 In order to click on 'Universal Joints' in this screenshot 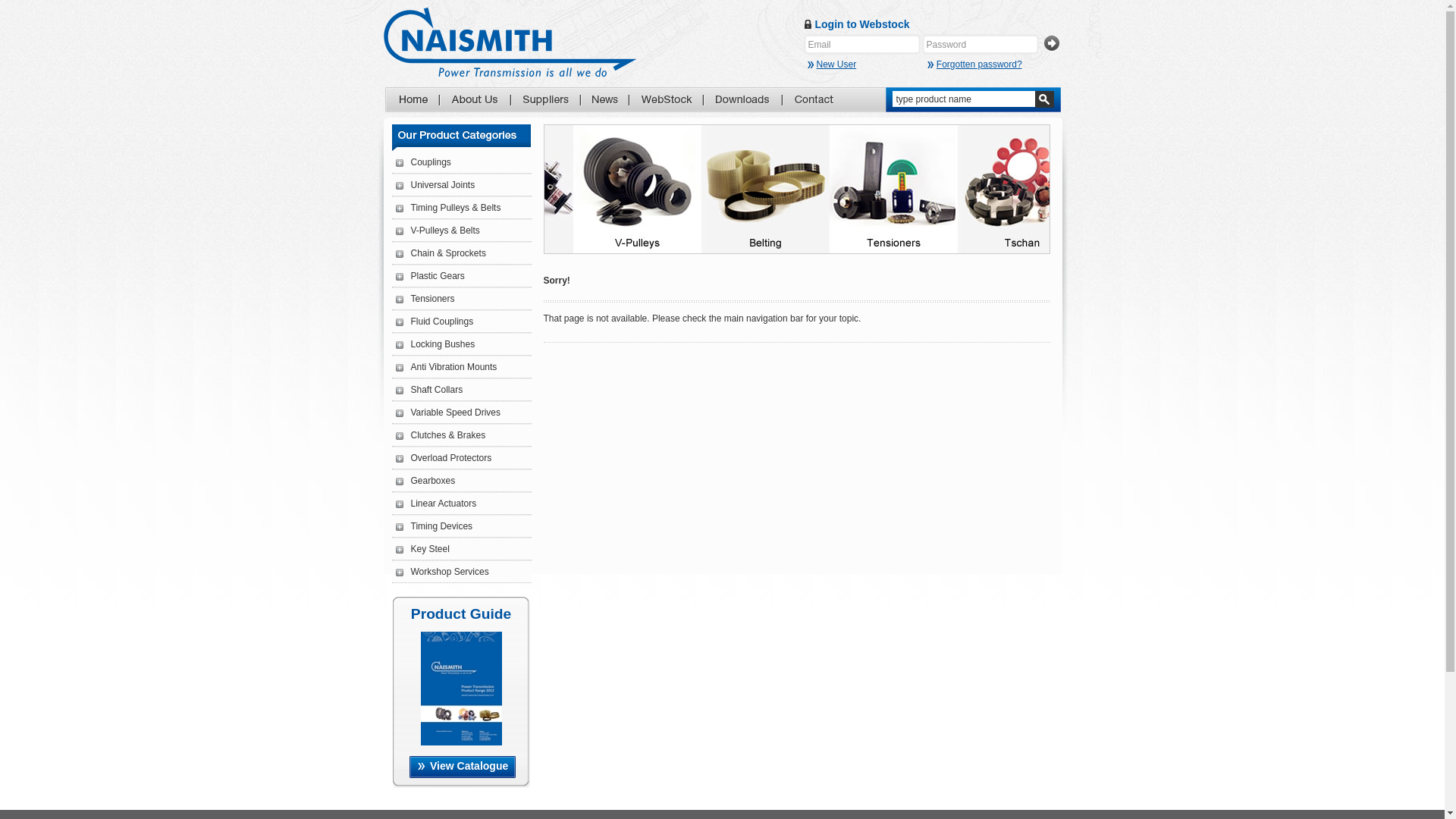, I will do `click(435, 184)`.